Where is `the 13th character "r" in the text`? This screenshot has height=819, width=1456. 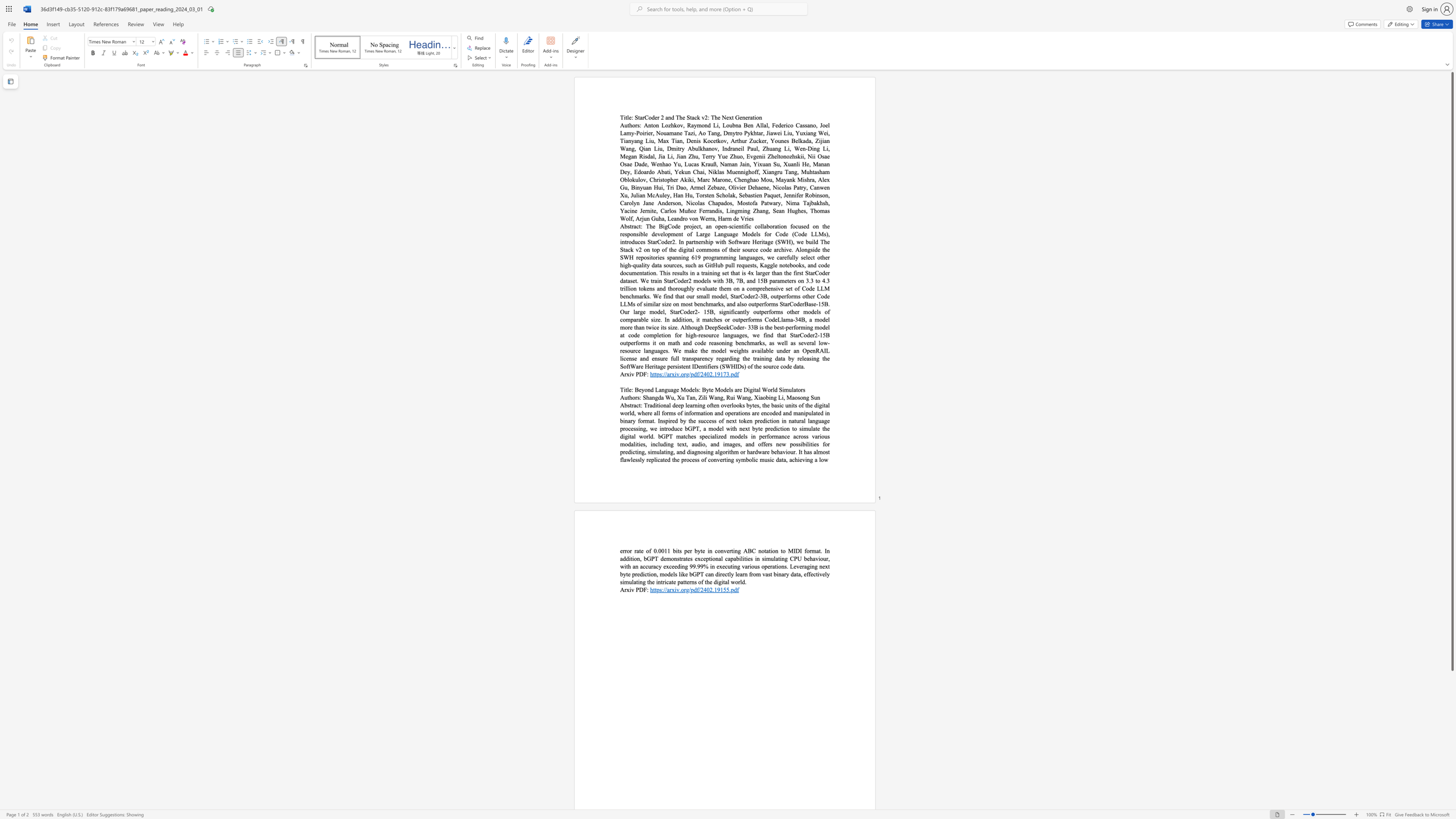
the 13th character "r" in the text is located at coordinates (706, 164).